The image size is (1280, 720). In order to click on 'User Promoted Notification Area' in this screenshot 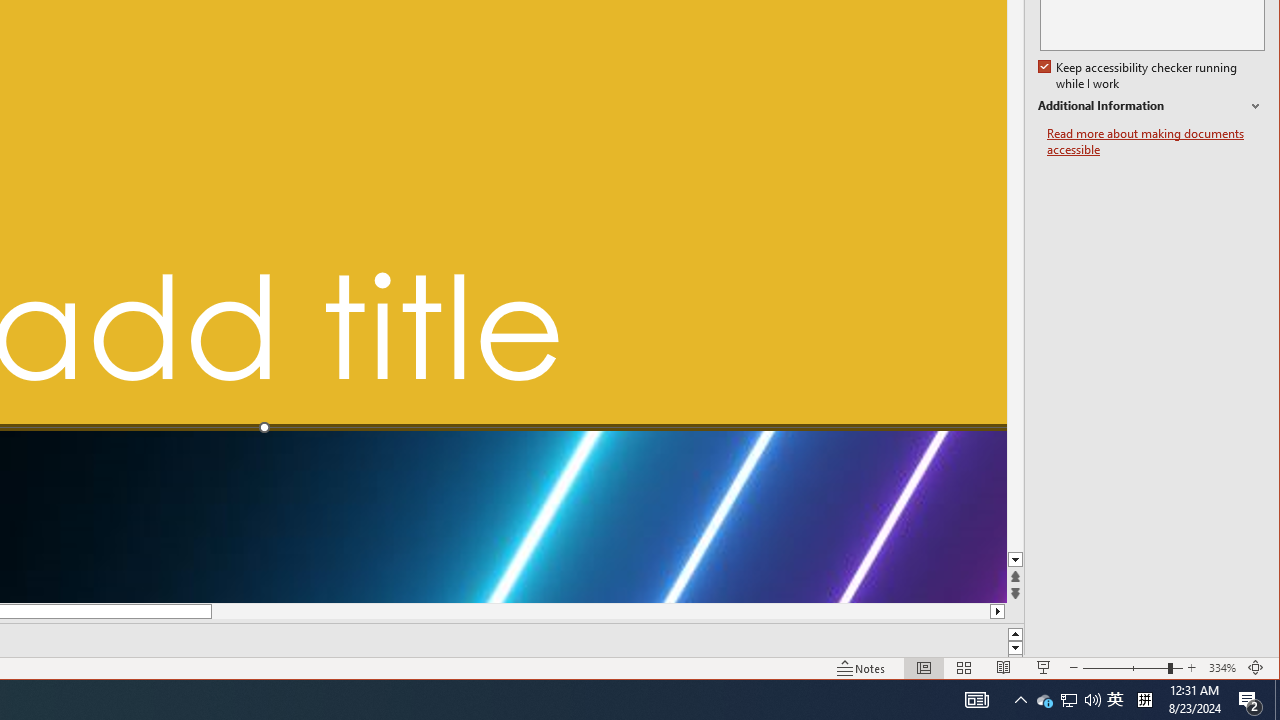, I will do `click(1067, 698)`.